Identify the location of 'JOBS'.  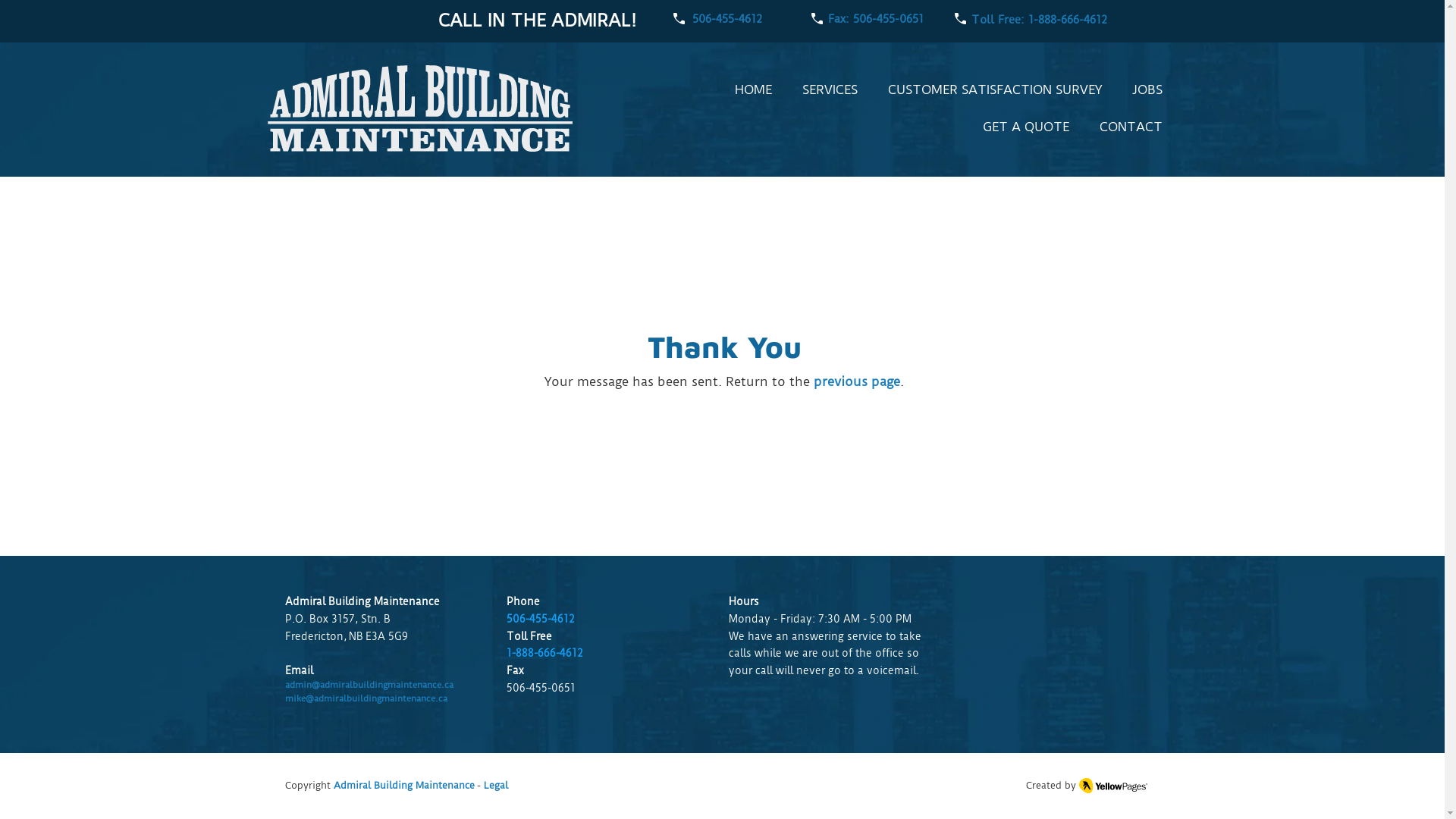
(1147, 89).